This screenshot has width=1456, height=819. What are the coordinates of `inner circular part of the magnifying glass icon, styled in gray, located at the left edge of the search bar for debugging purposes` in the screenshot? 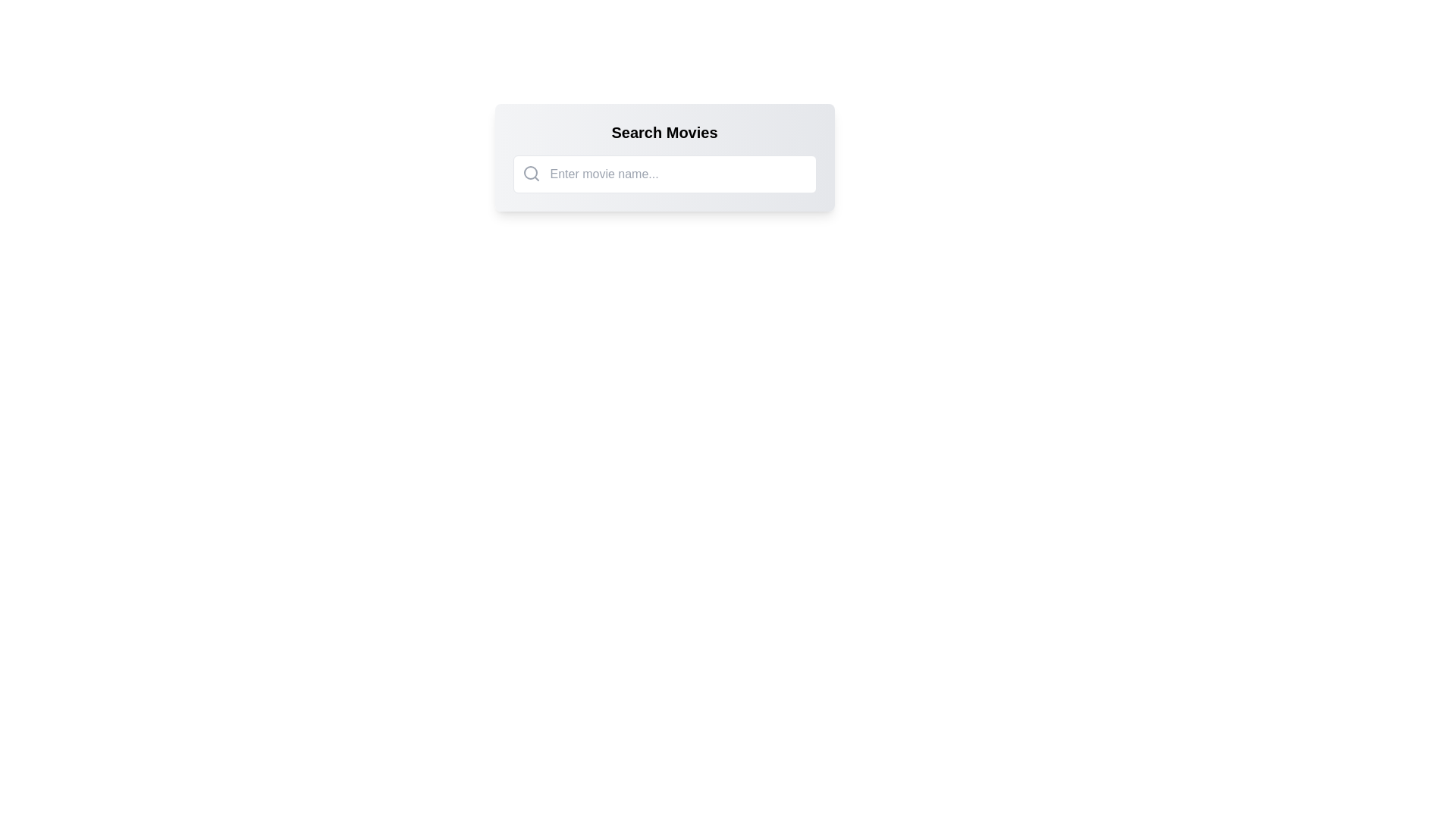 It's located at (530, 171).